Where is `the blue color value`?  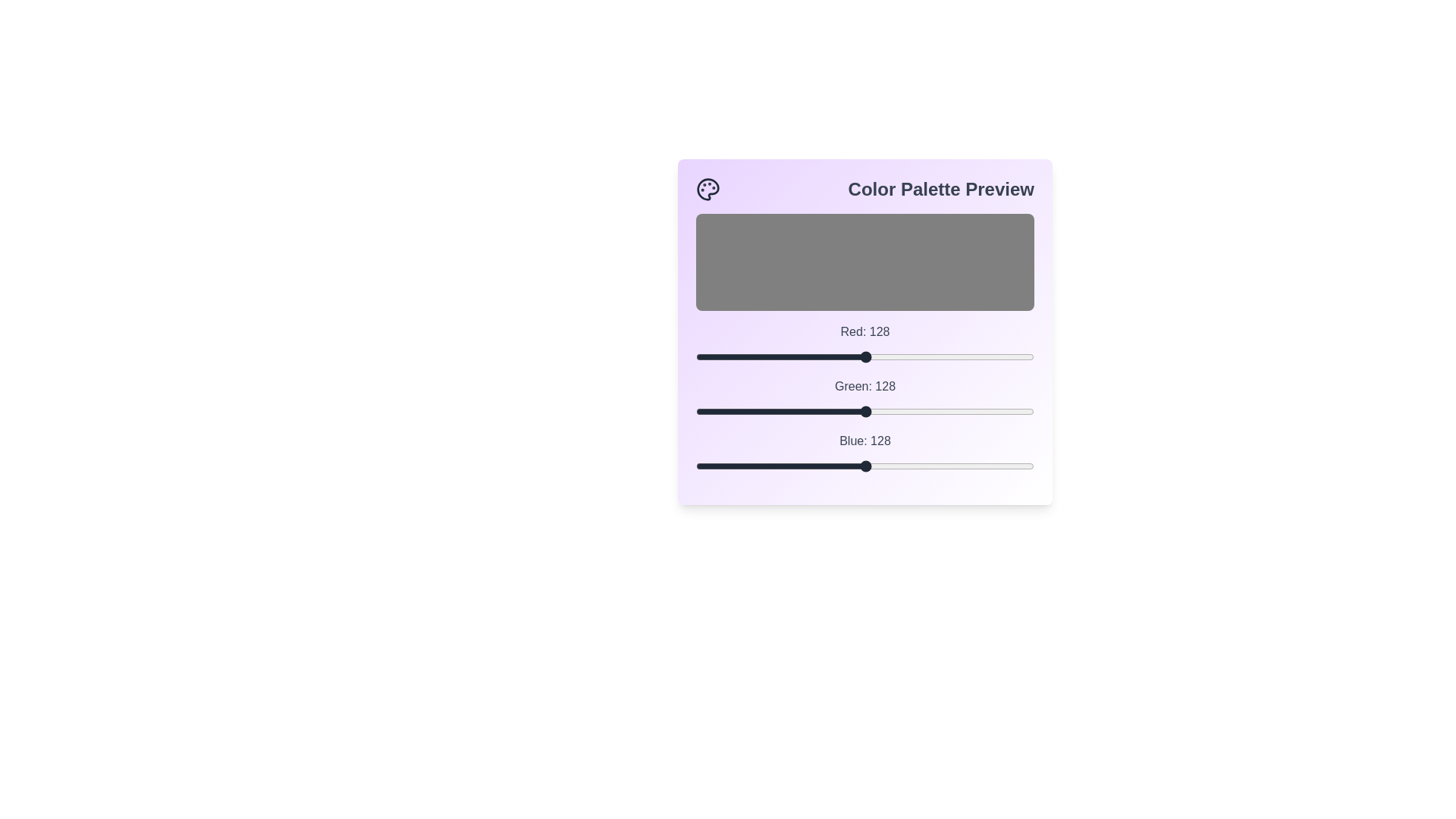 the blue color value is located at coordinates (921, 465).